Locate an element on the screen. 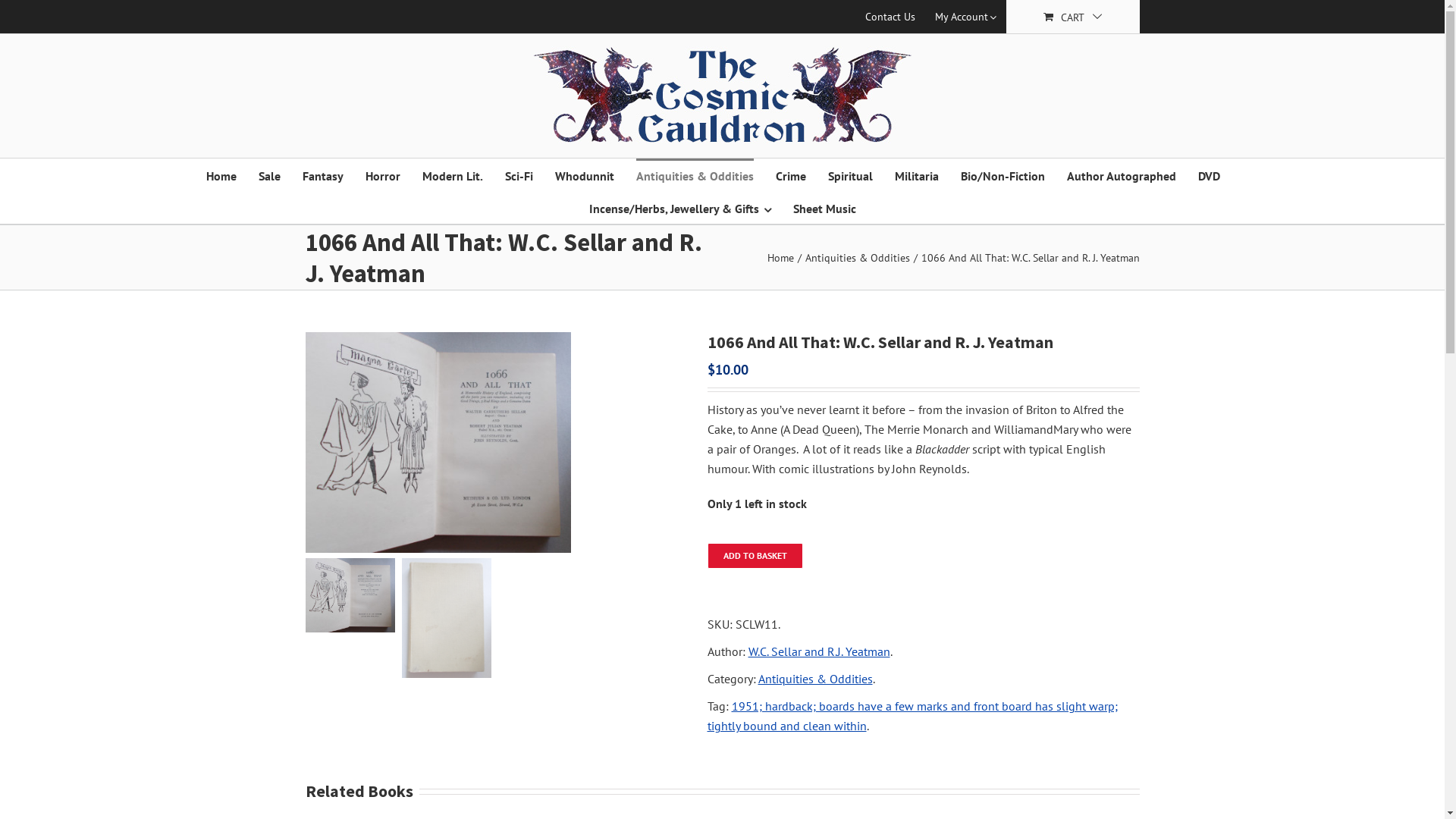 This screenshot has height=819, width=1456. 'Antiquities & Oddities' is located at coordinates (814, 677).